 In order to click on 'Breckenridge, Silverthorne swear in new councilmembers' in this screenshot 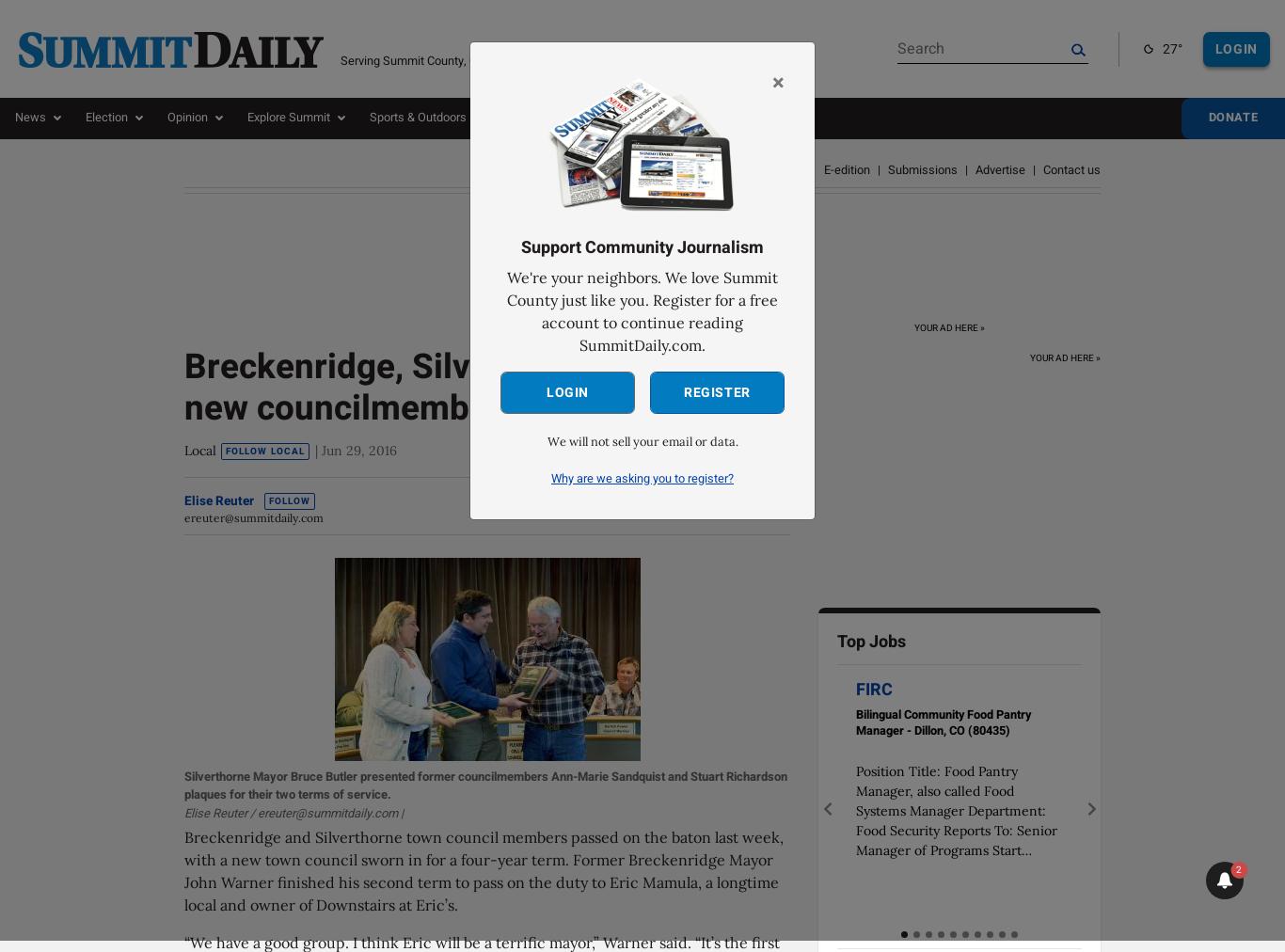, I will do `click(183, 386)`.